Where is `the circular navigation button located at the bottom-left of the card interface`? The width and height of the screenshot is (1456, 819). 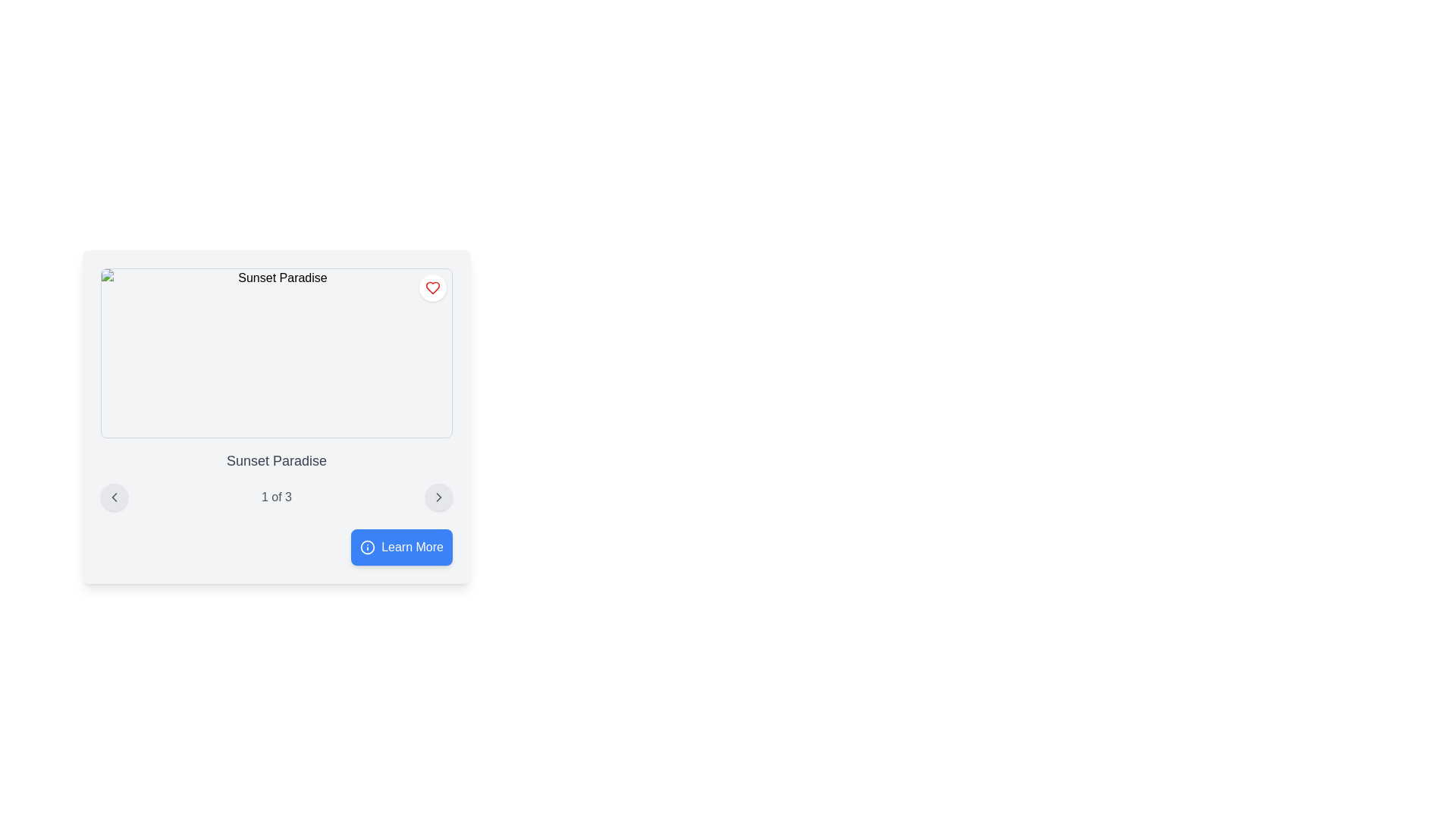 the circular navigation button located at the bottom-left of the card interface is located at coordinates (113, 497).